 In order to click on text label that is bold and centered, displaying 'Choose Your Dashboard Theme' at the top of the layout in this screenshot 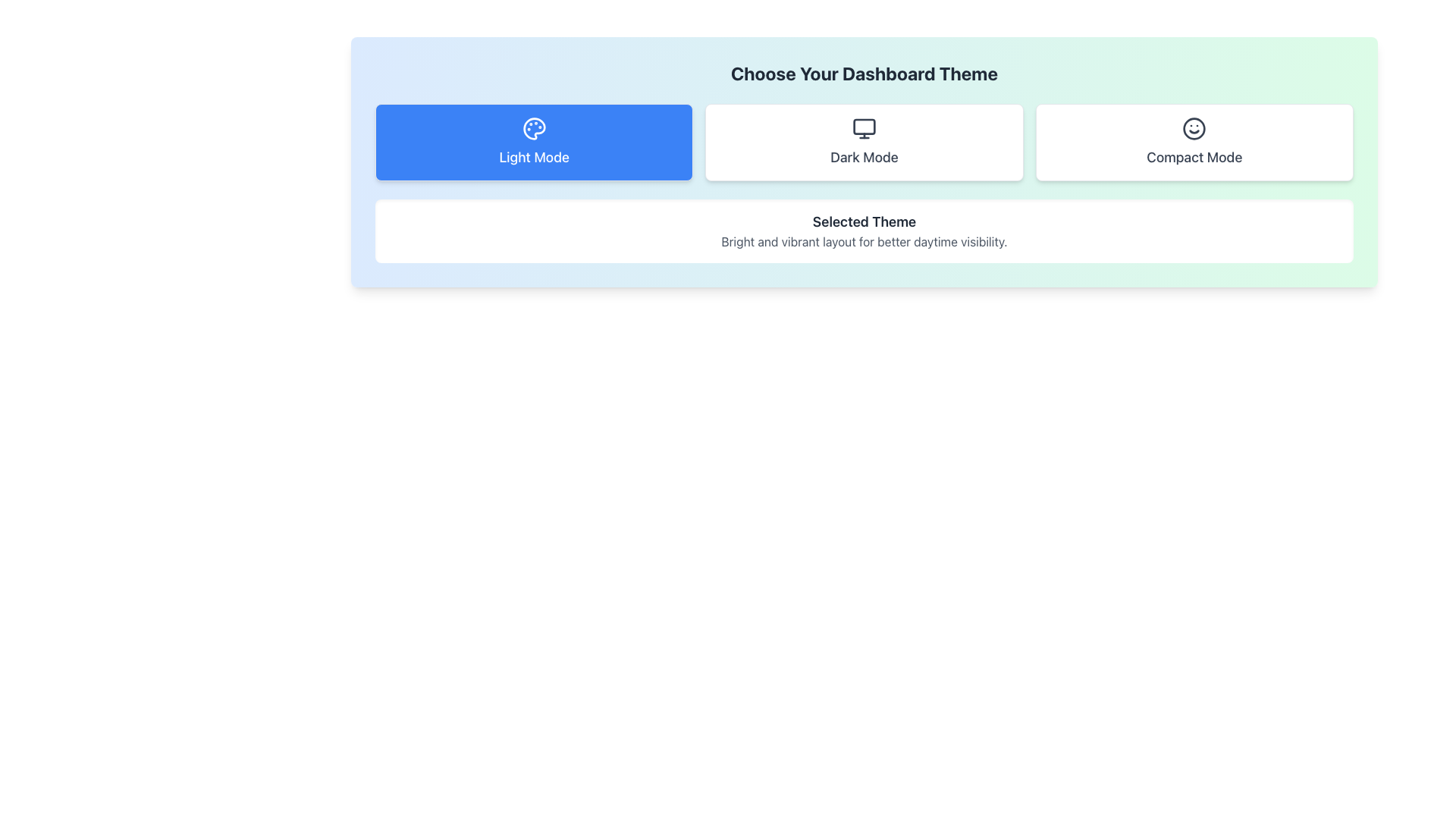, I will do `click(864, 73)`.